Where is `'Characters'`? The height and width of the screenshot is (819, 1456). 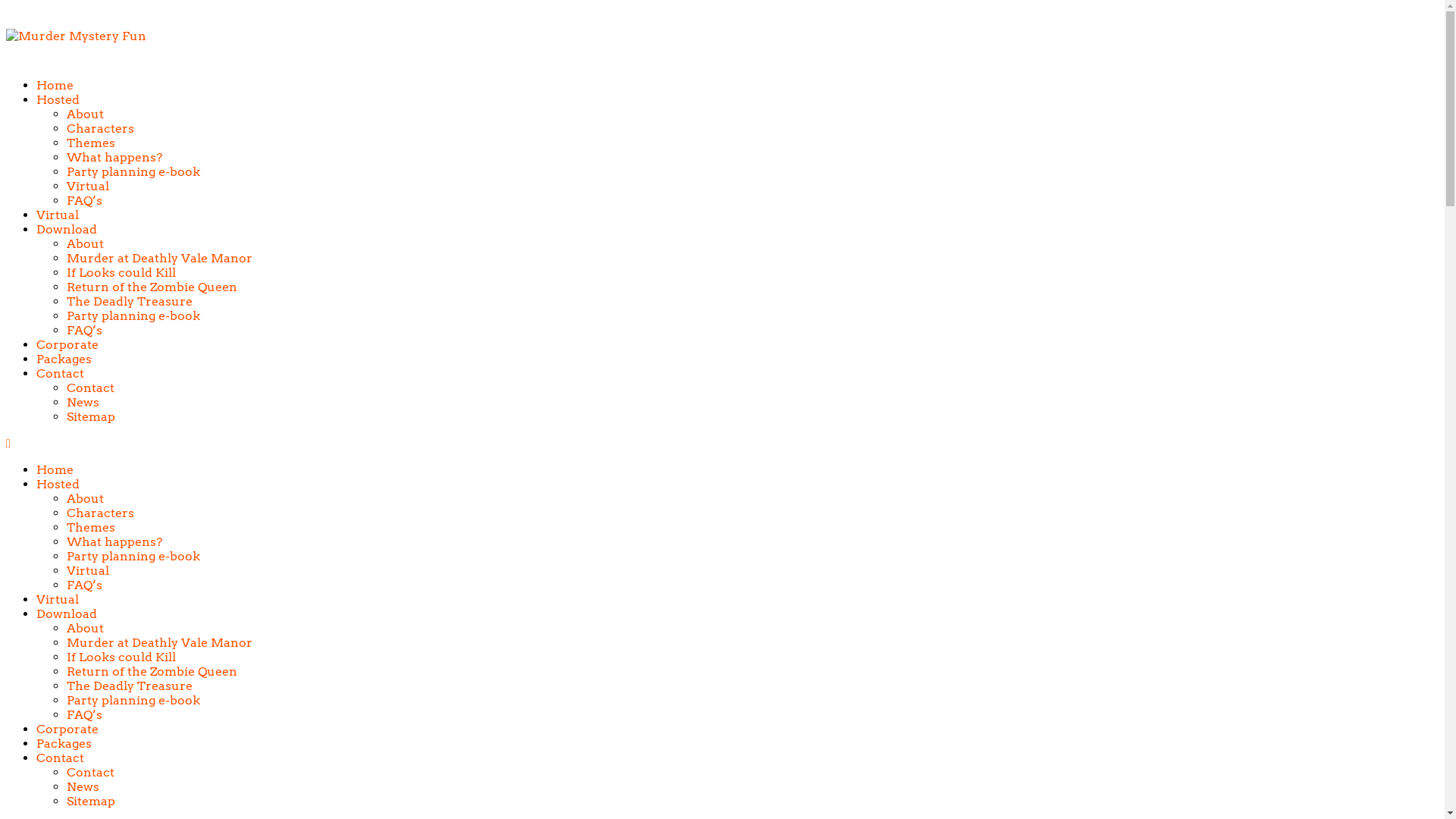 'Characters' is located at coordinates (99, 127).